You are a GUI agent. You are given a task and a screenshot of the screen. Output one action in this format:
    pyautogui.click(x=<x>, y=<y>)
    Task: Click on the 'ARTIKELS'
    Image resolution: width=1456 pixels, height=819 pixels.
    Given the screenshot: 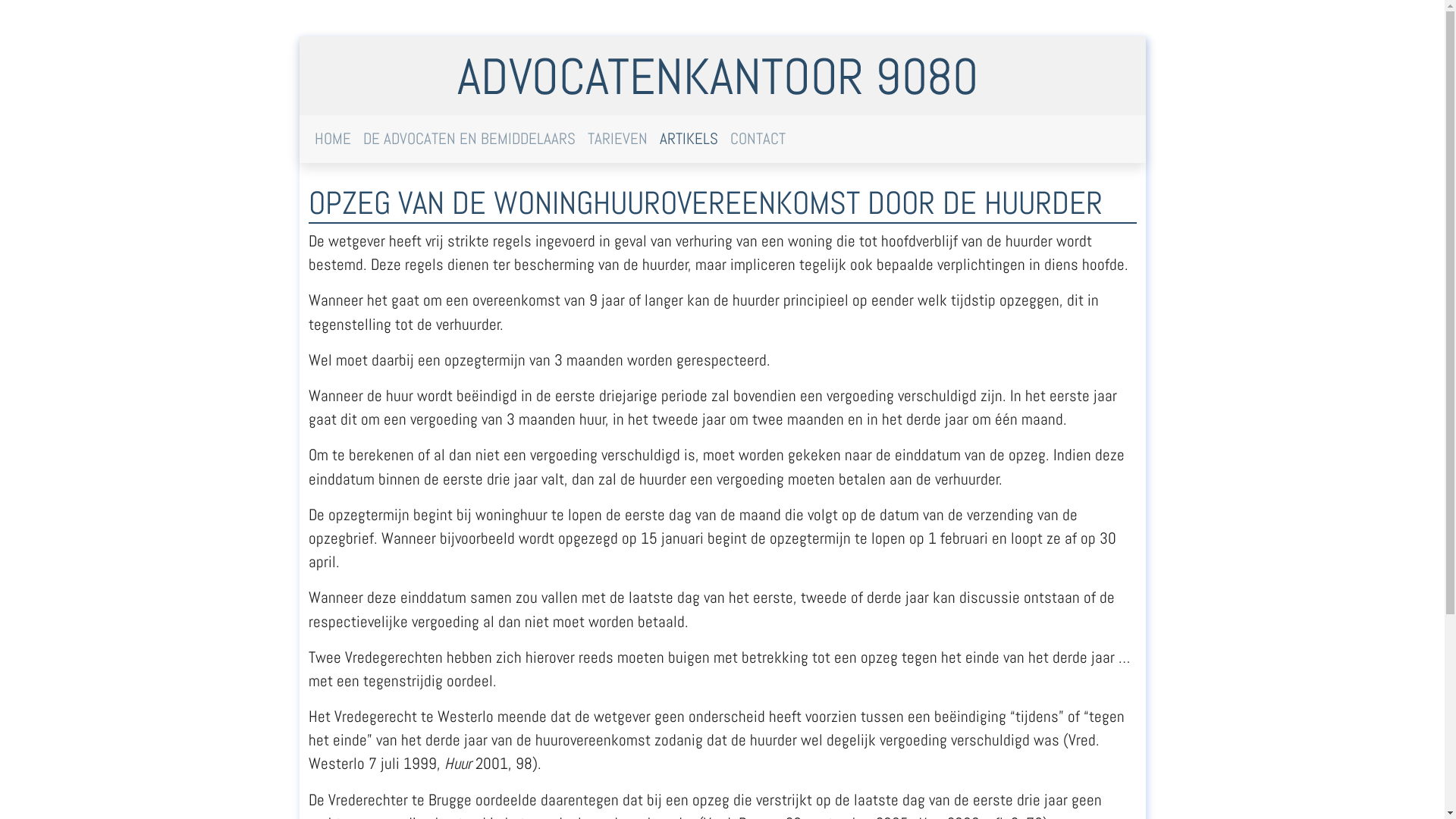 What is the action you would take?
    pyautogui.click(x=654, y=139)
    